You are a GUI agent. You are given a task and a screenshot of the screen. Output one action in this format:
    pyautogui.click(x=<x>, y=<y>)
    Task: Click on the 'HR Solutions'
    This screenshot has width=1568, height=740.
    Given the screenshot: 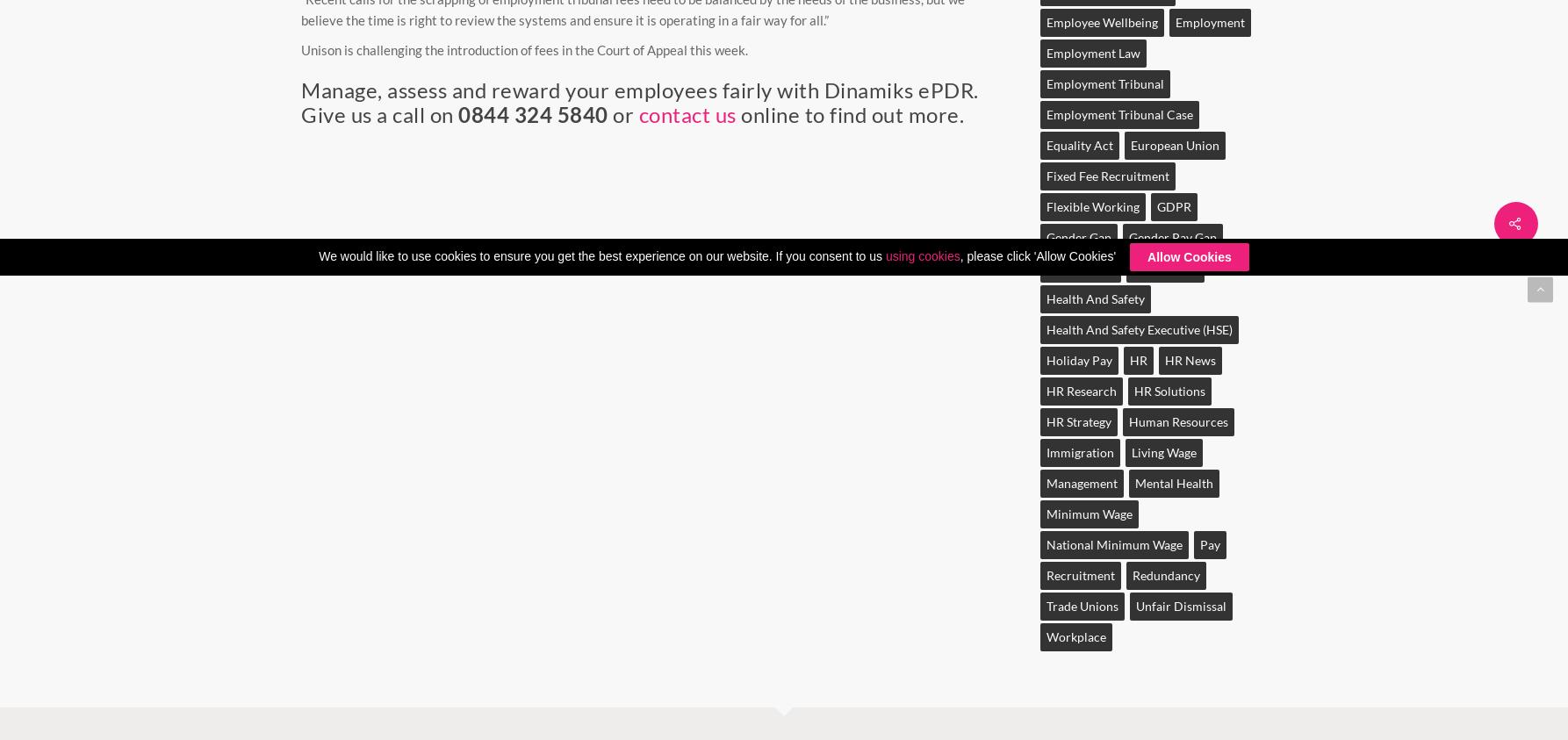 What is the action you would take?
    pyautogui.click(x=1169, y=391)
    